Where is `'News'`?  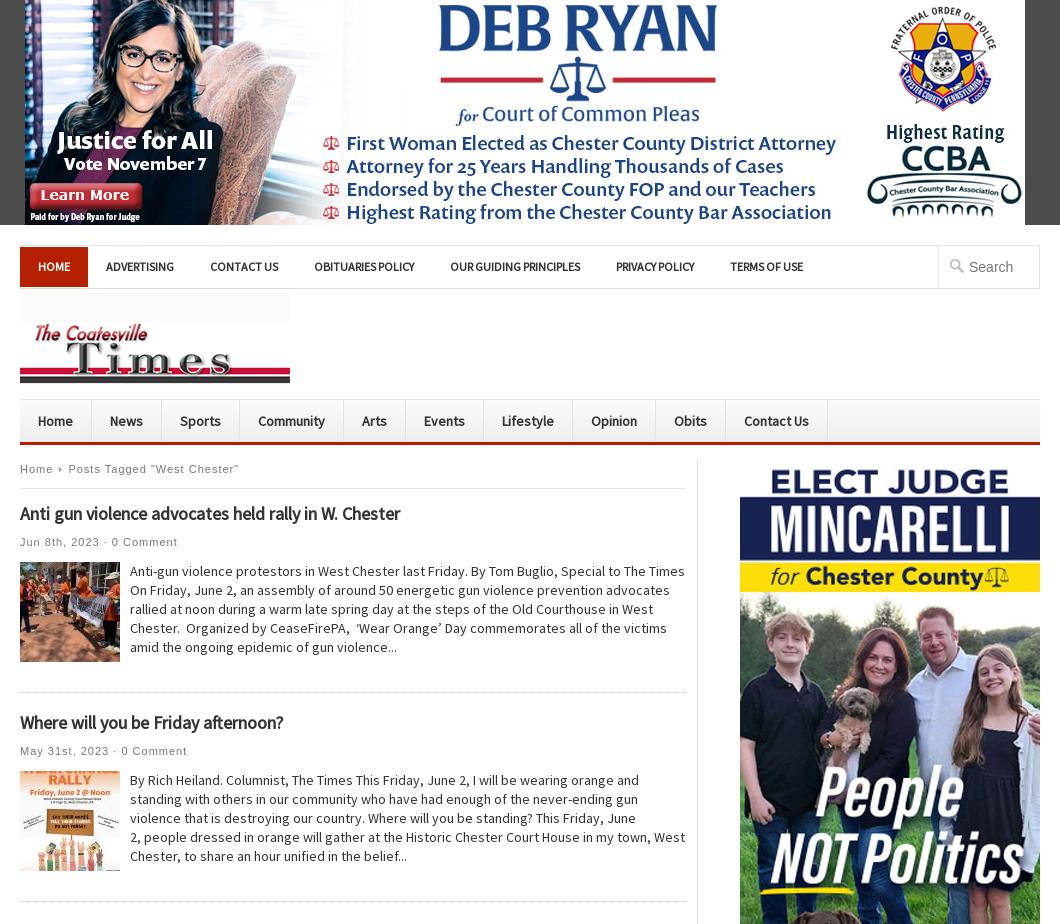
'News' is located at coordinates (126, 420).